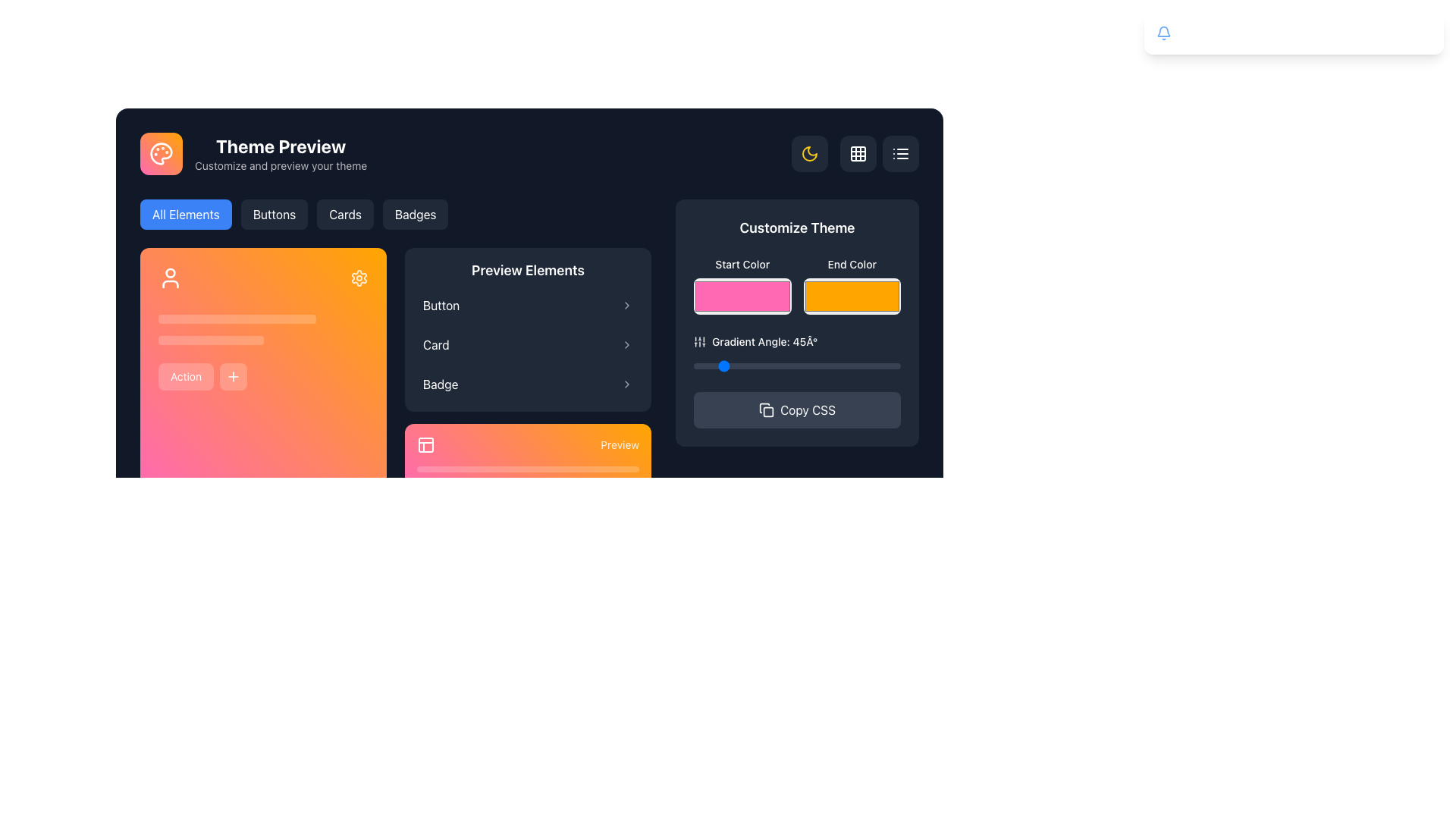  Describe the element at coordinates (171, 278) in the screenshot. I see `the user profile icon located in the top-left corner of the panel with a gradient orange background` at that location.